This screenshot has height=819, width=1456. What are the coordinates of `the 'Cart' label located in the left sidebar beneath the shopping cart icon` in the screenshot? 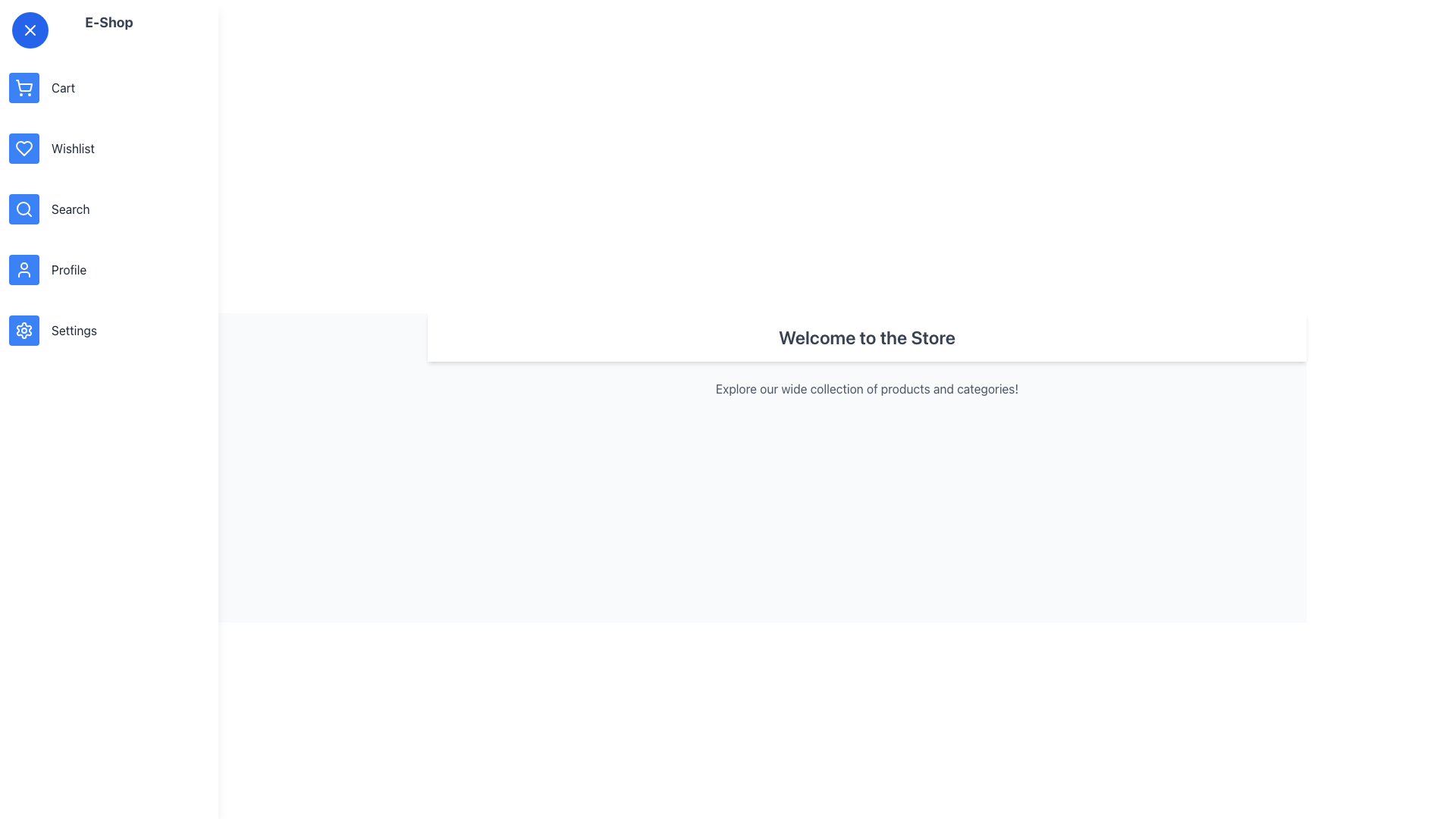 It's located at (62, 87).